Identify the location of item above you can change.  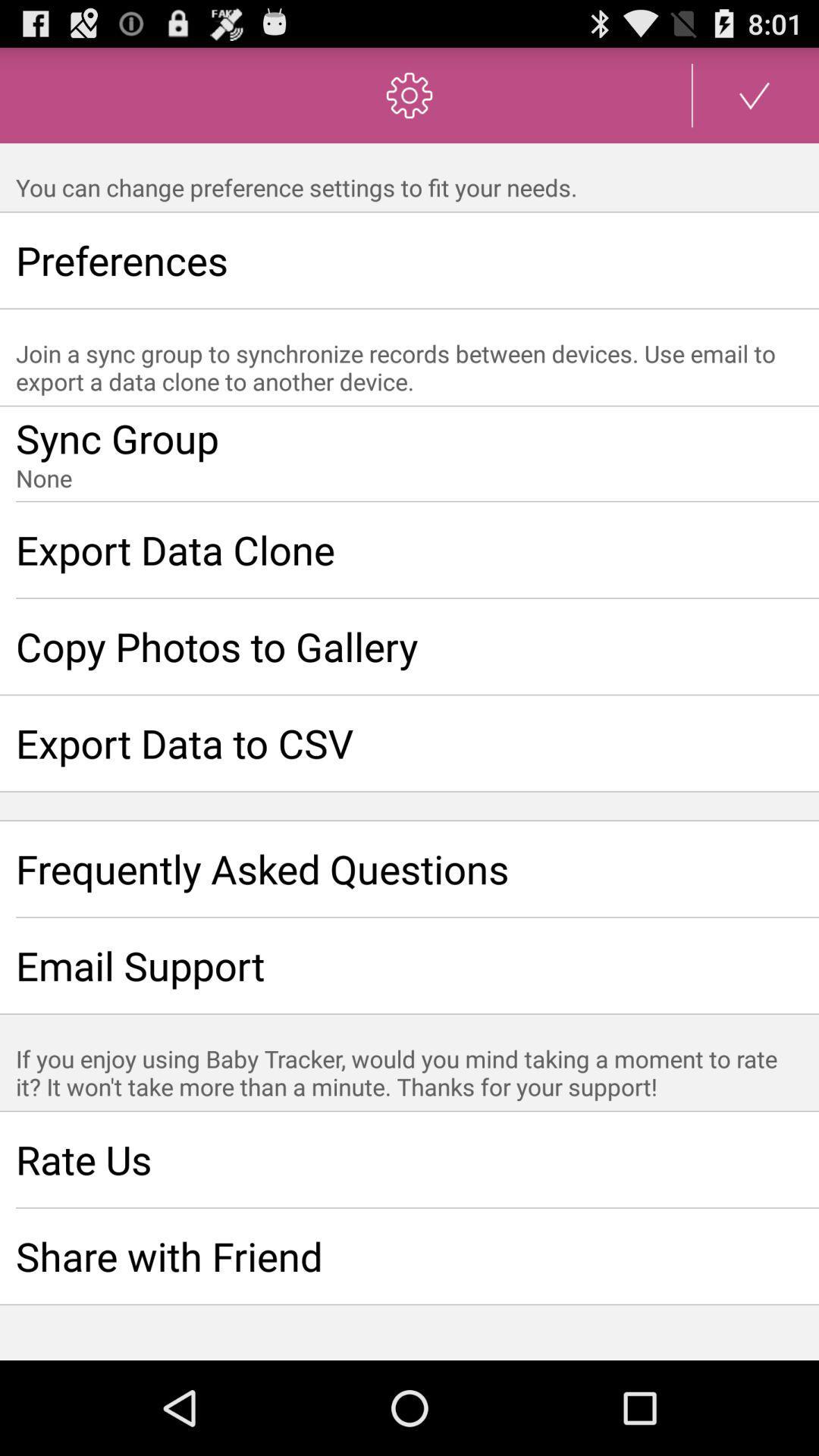
(755, 94).